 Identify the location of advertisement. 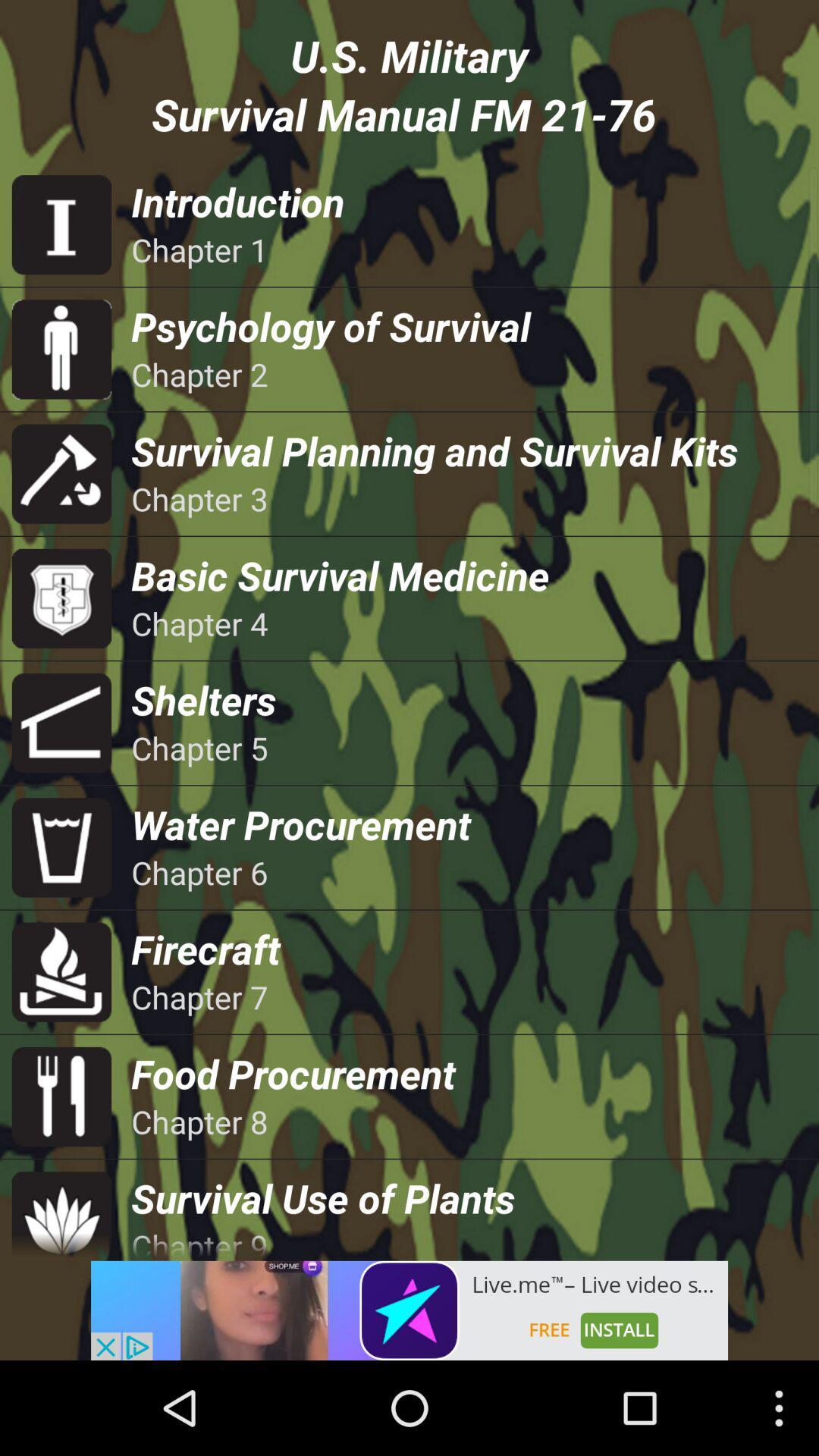
(409, 1310).